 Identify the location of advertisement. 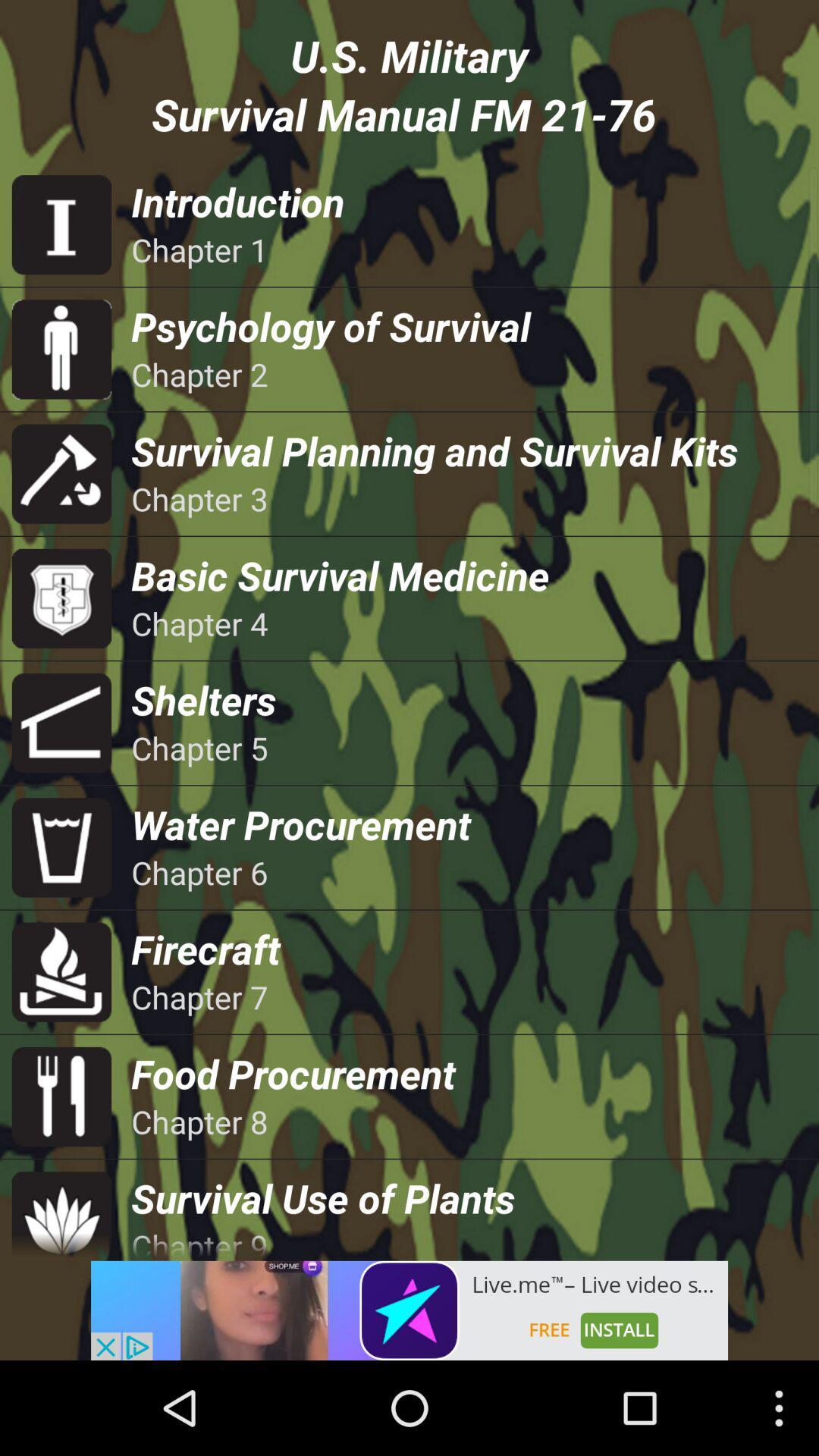
(409, 1310).